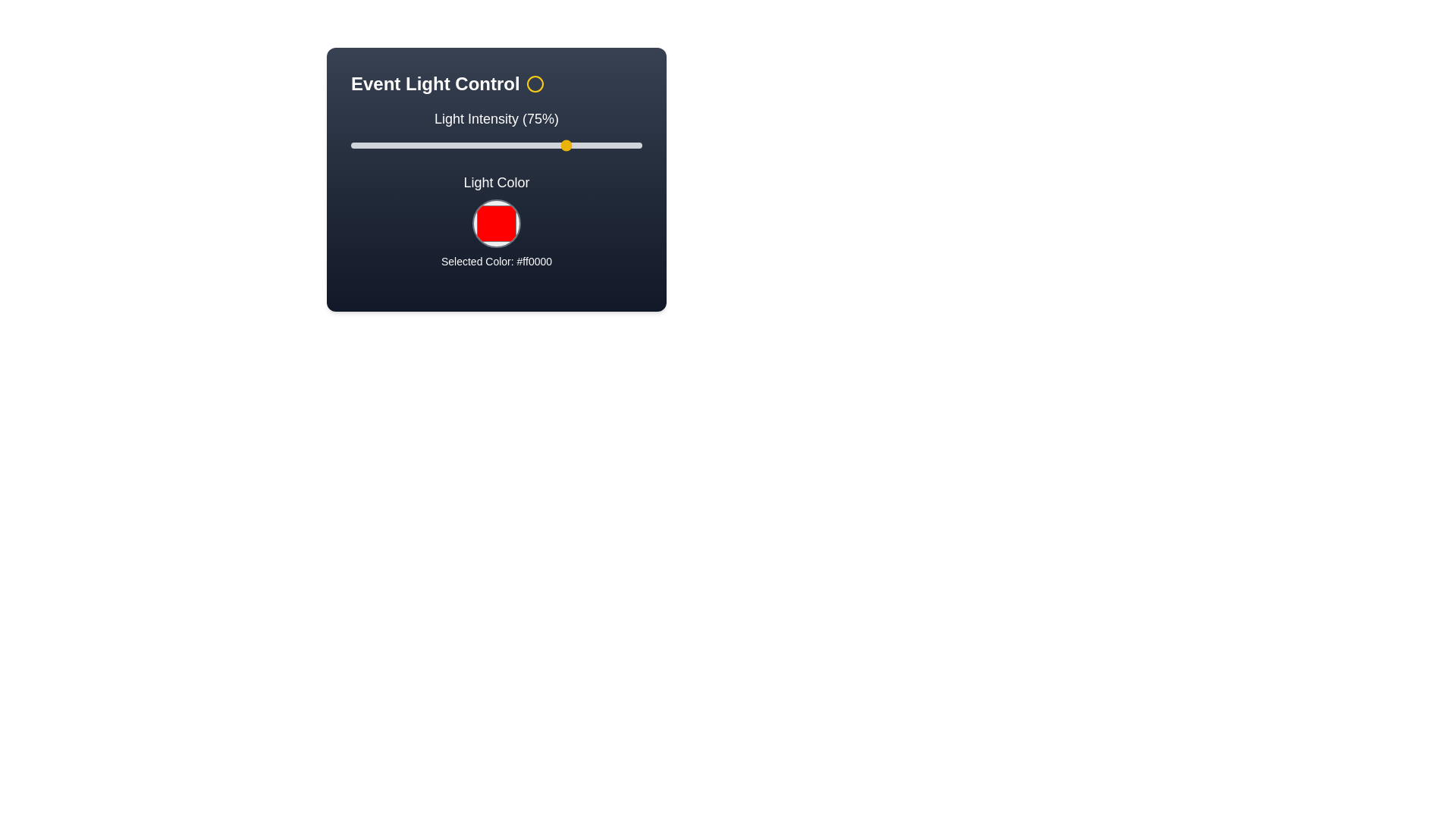 The height and width of the screenshot is (819, 1456). What do you see at coordinates (496, 223) in the screenshot?
I see `the color picker to open the color selection interface` at bounding box center [496, 223].